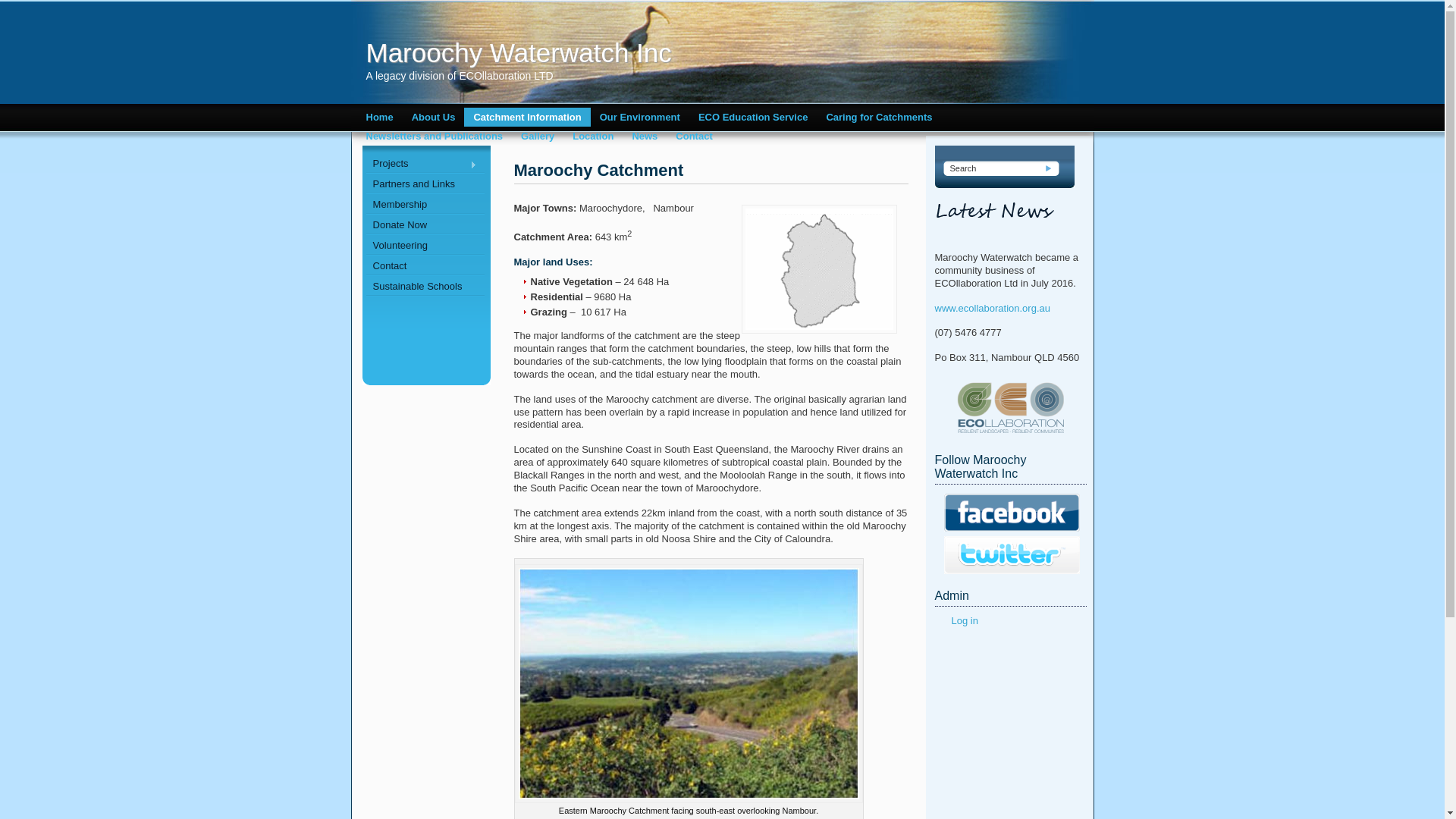 The image size is (1456, 819). I want to click on 'Our Environment', so click(640, 116).